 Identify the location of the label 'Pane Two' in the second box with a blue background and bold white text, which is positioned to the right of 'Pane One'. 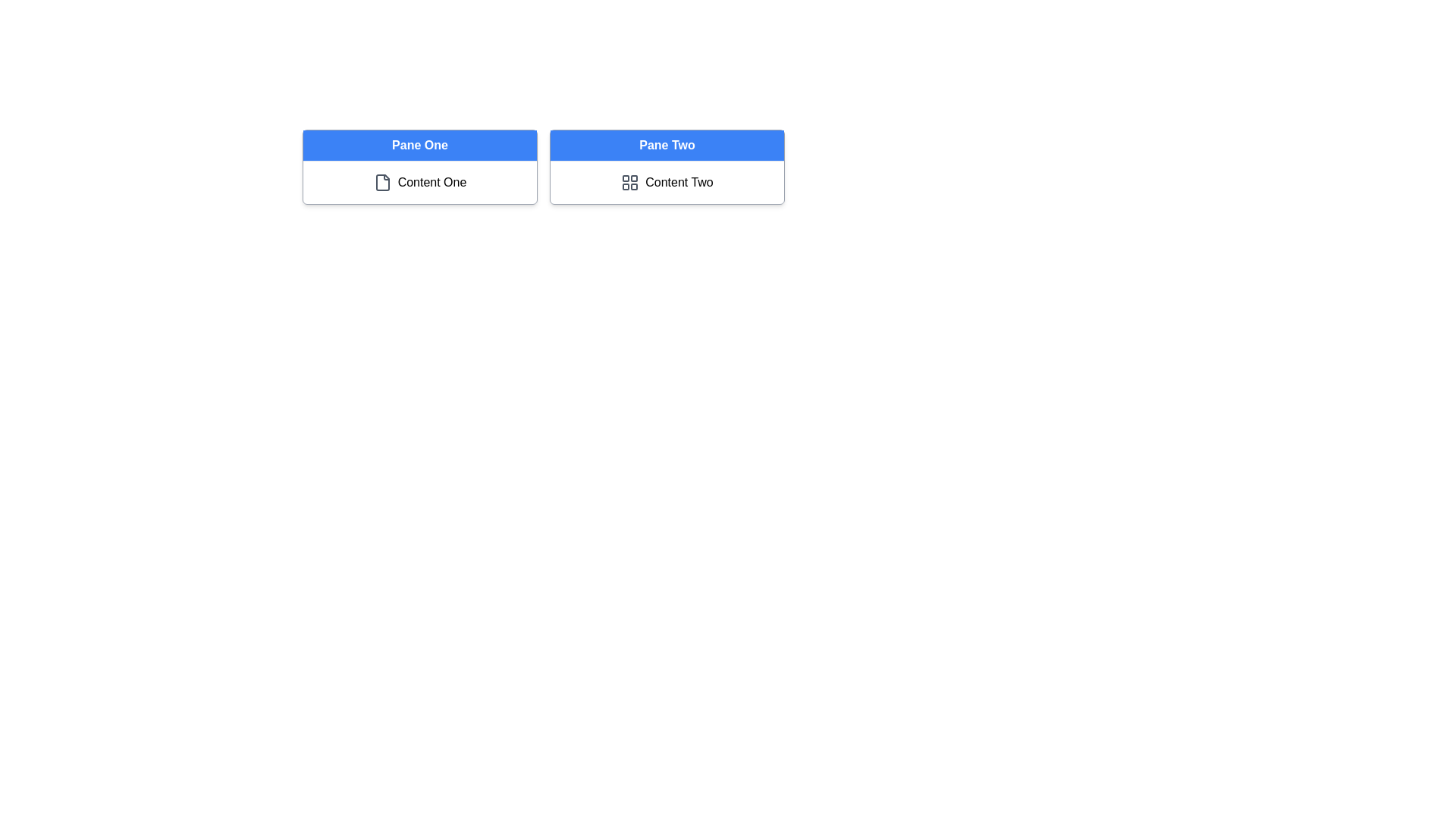
(667, 167).